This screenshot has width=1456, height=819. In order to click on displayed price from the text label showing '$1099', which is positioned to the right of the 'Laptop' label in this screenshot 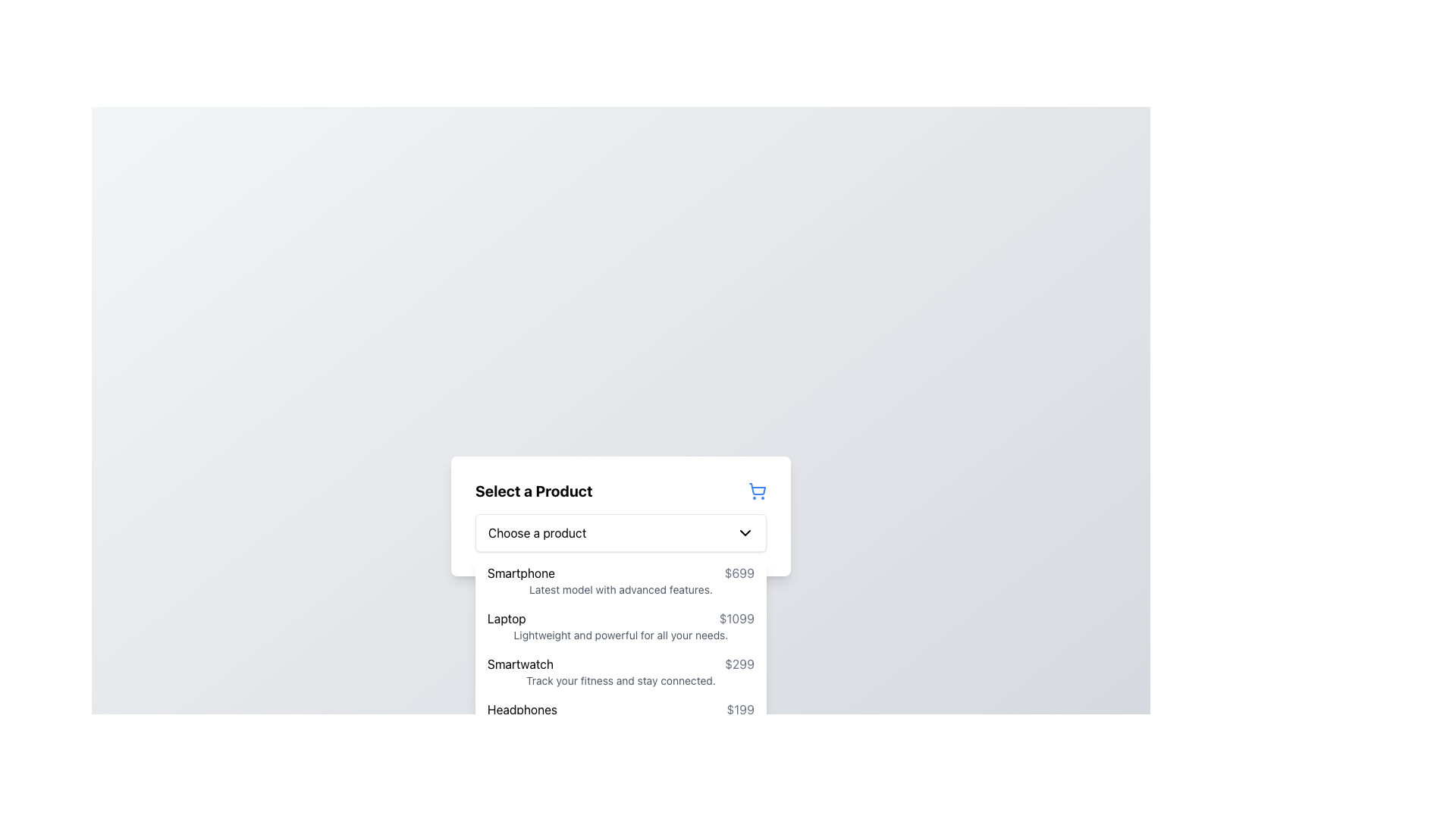, I will do `click(736, 619)`.